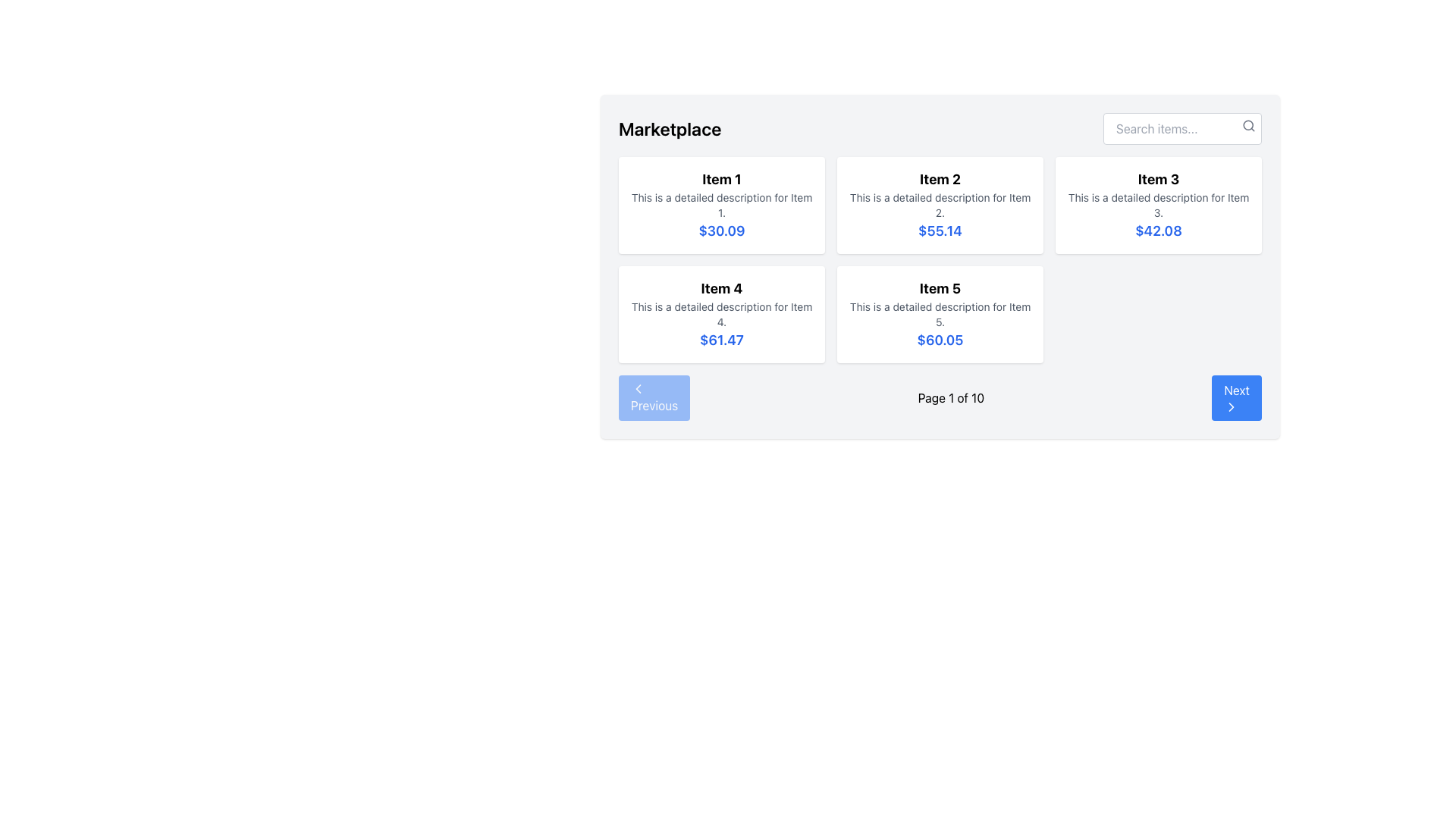 The width and height of the screenshot is (1456, 819). I want to click on the product listing card for 'Item 5' located in the bottom-right corner of the grid layout, so click(939, 314).